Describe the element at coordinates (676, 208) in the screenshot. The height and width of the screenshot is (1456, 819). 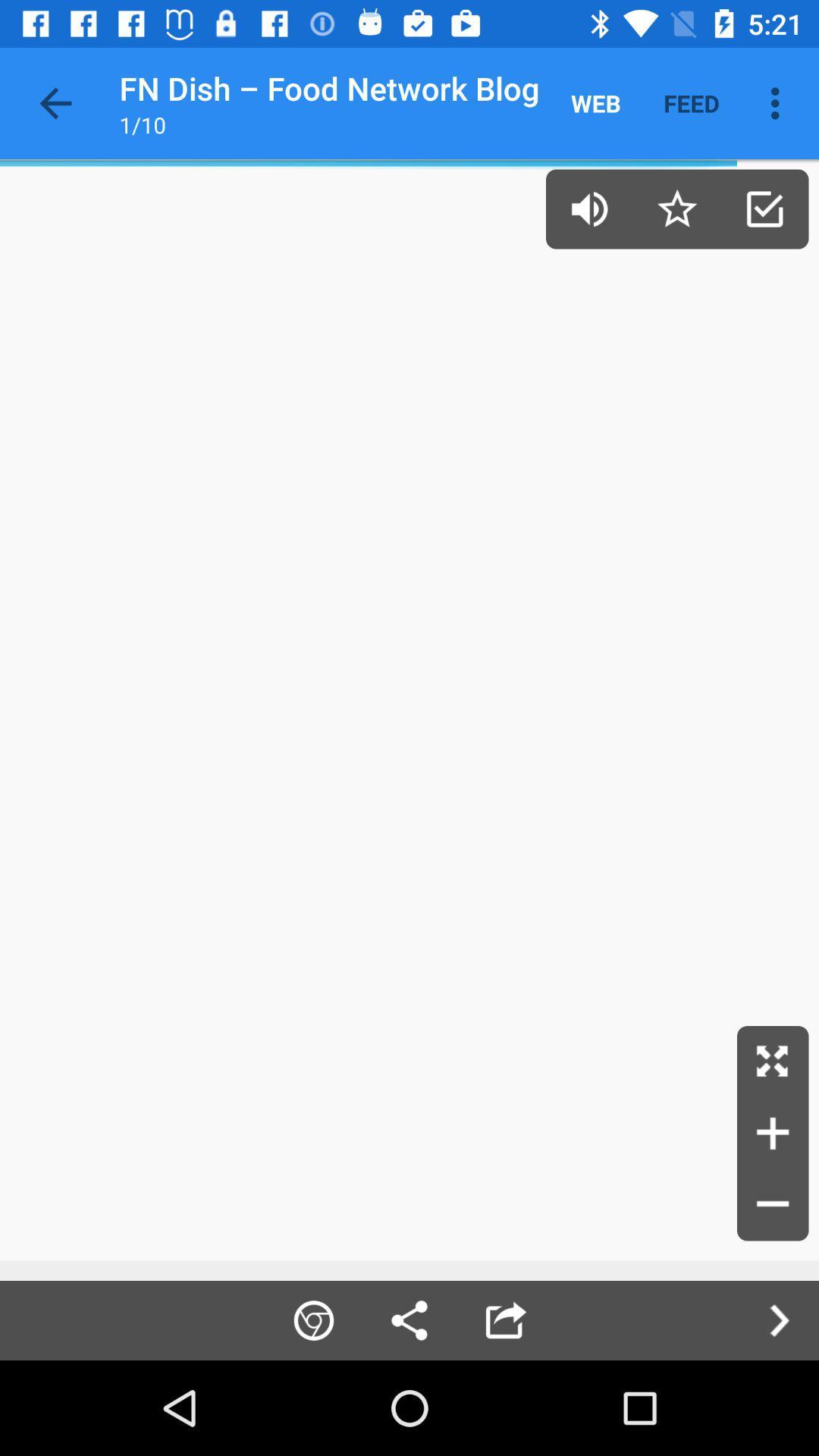
I see `bookmark page` at that location.